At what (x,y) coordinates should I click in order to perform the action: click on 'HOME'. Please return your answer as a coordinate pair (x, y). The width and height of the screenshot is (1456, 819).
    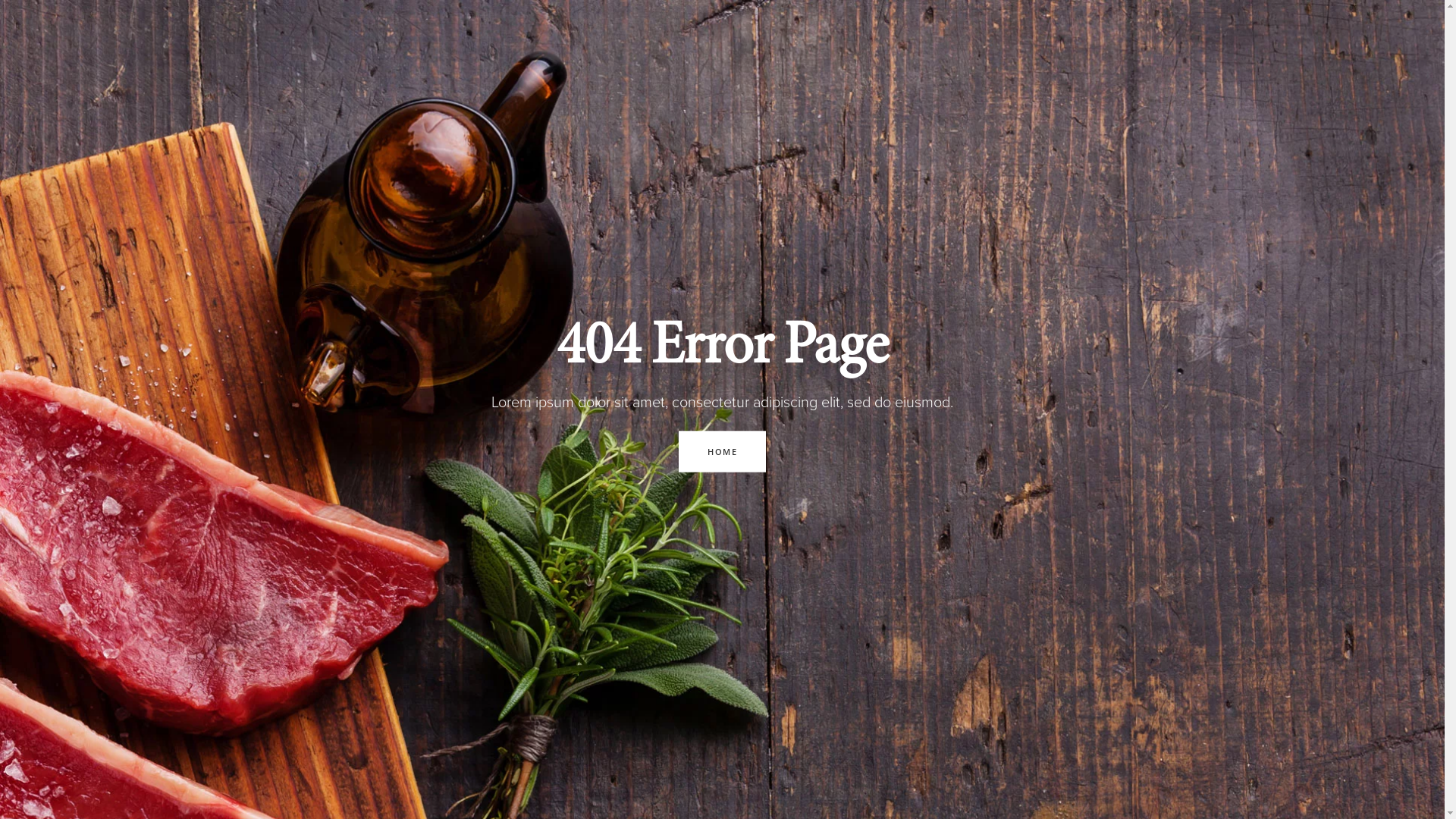
    Looking at the image, I should click on (721, 450).